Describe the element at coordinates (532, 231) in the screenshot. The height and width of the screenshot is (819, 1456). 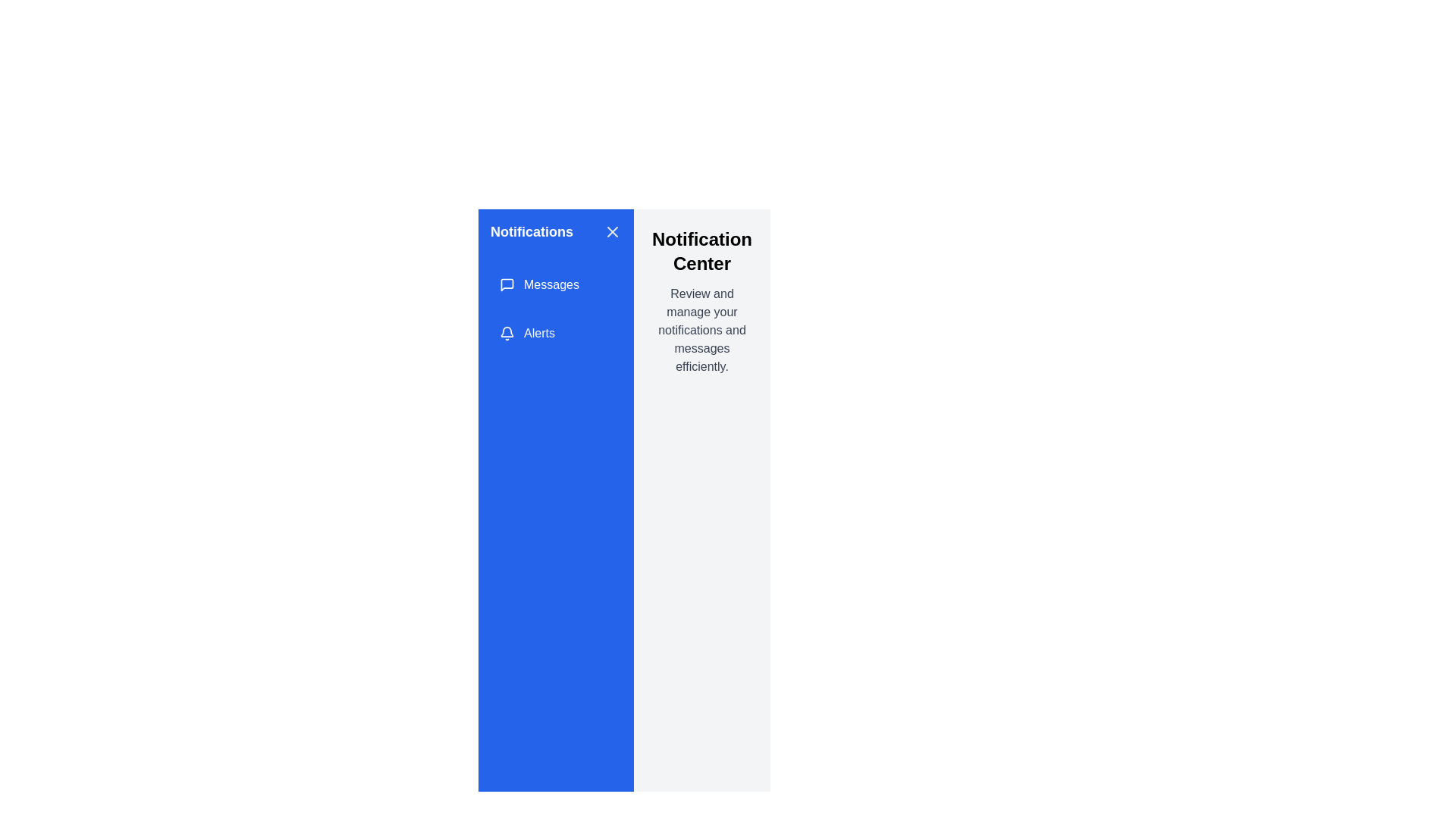
I see `the 'Notifications' text label, which is bold and larger in size, located on a blue background at the top-left section of the interface` at that location.